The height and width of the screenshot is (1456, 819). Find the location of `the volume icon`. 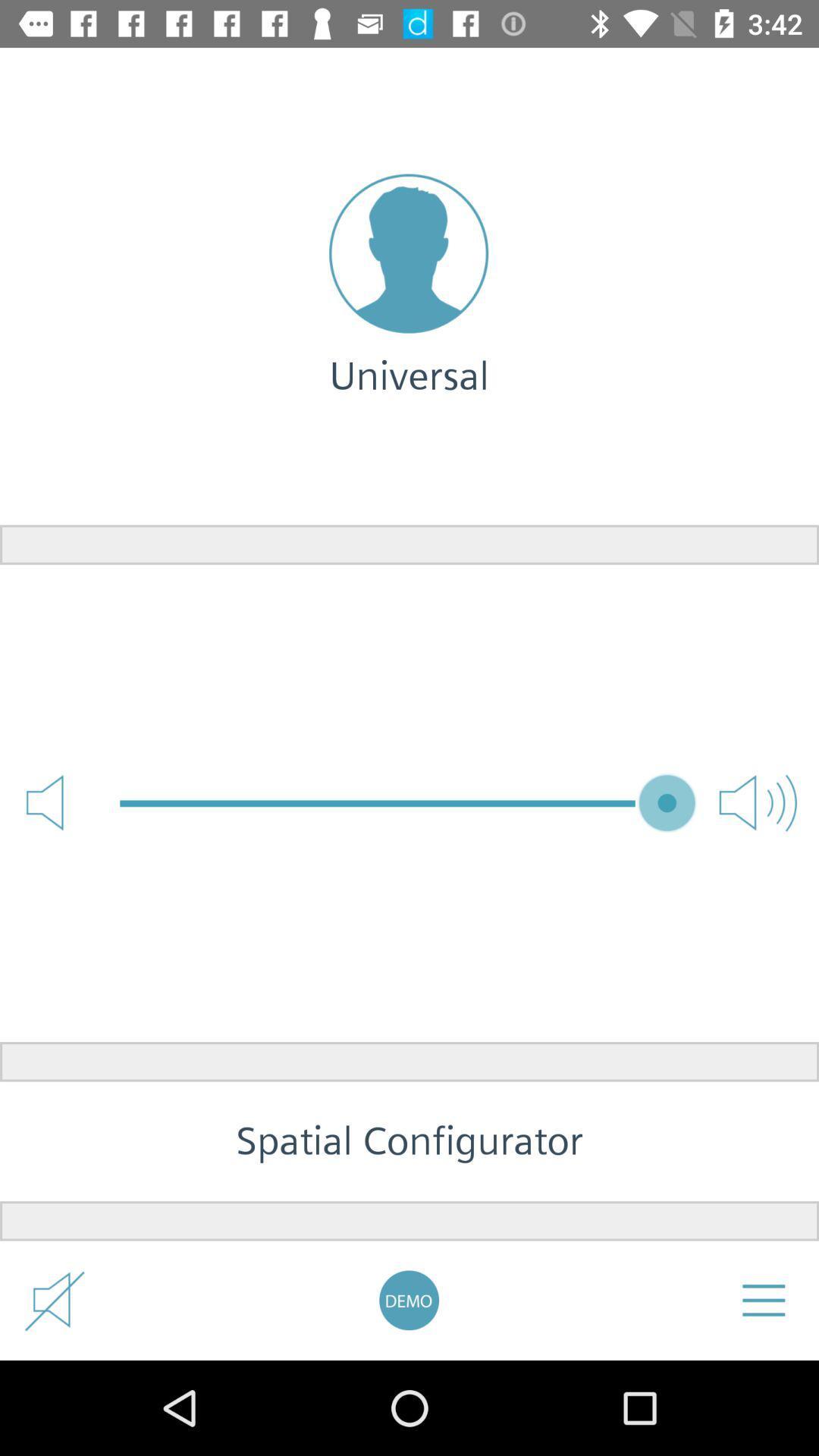

the volume icon is located at coordinates (758, 802).